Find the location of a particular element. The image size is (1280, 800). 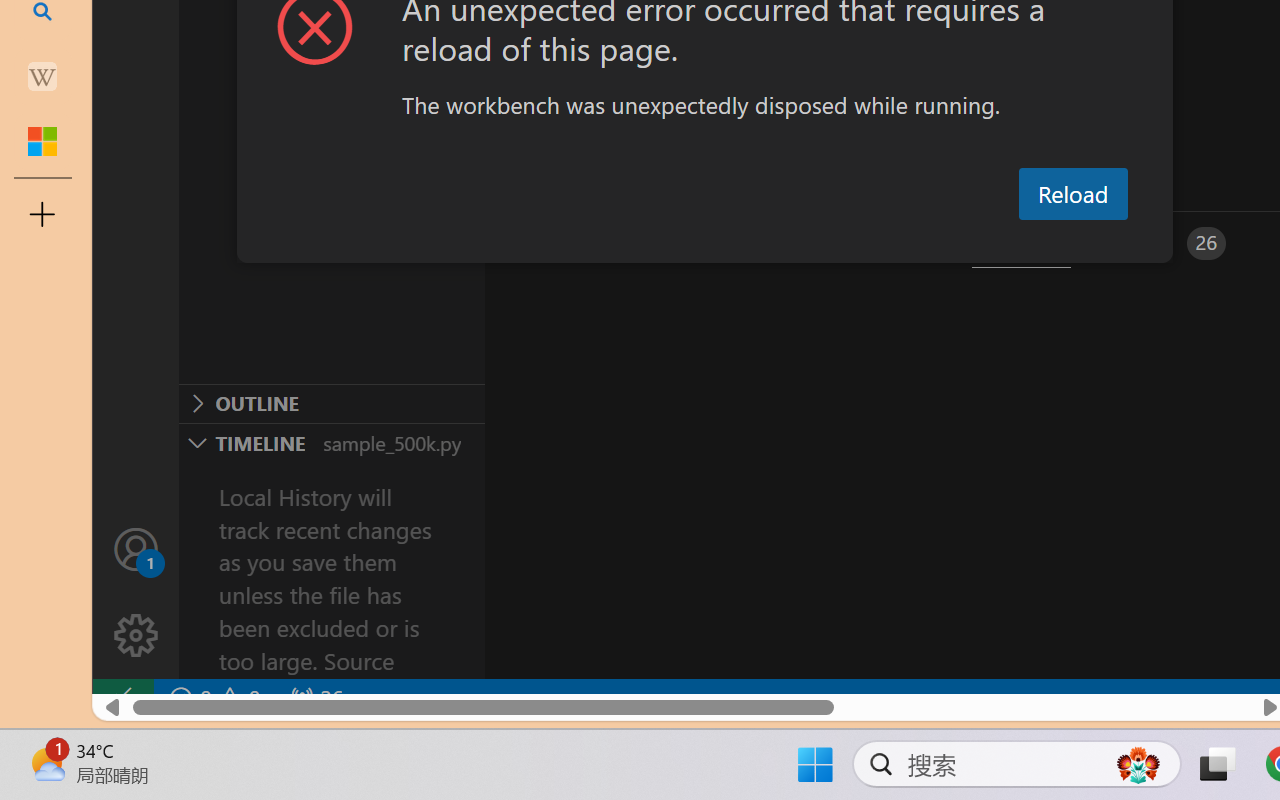

'remote' is located at coordinates (121, 698).